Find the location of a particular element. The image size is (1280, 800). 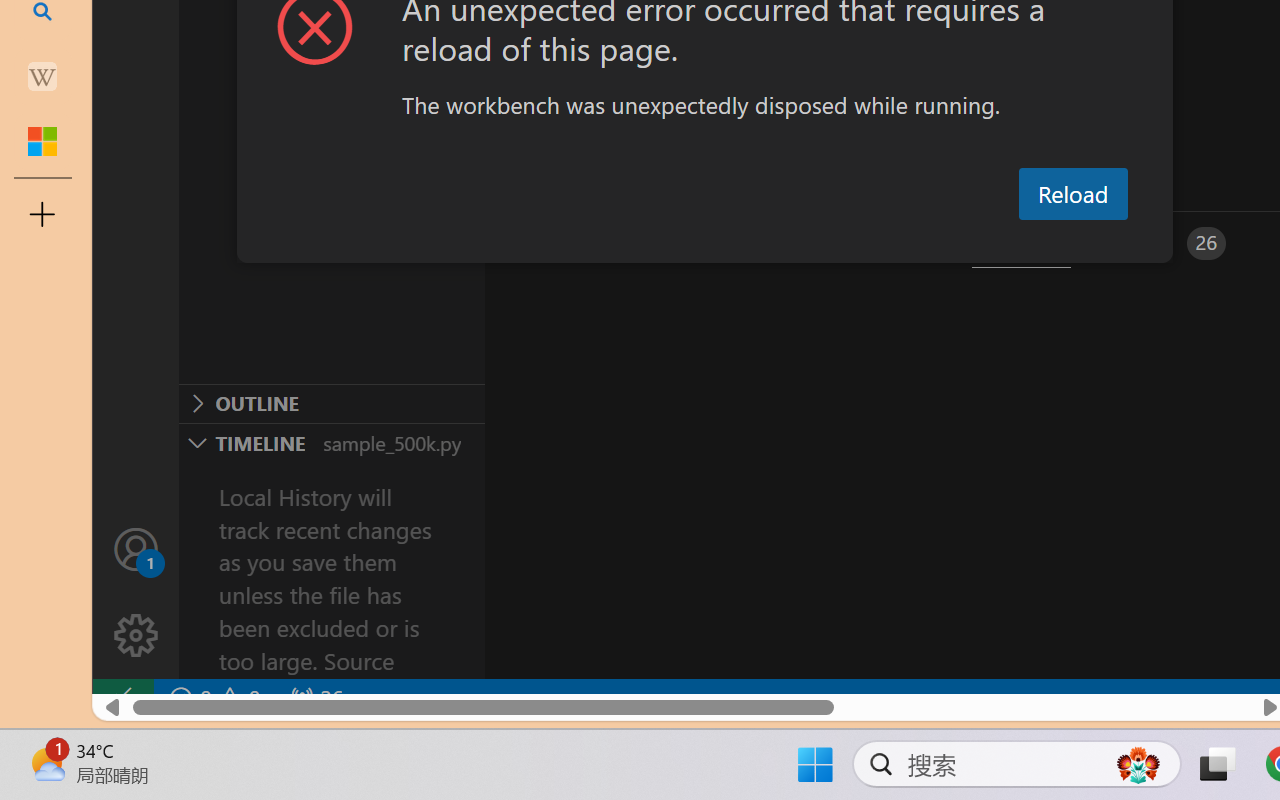

'remote' is located at coordinates (121, 698).